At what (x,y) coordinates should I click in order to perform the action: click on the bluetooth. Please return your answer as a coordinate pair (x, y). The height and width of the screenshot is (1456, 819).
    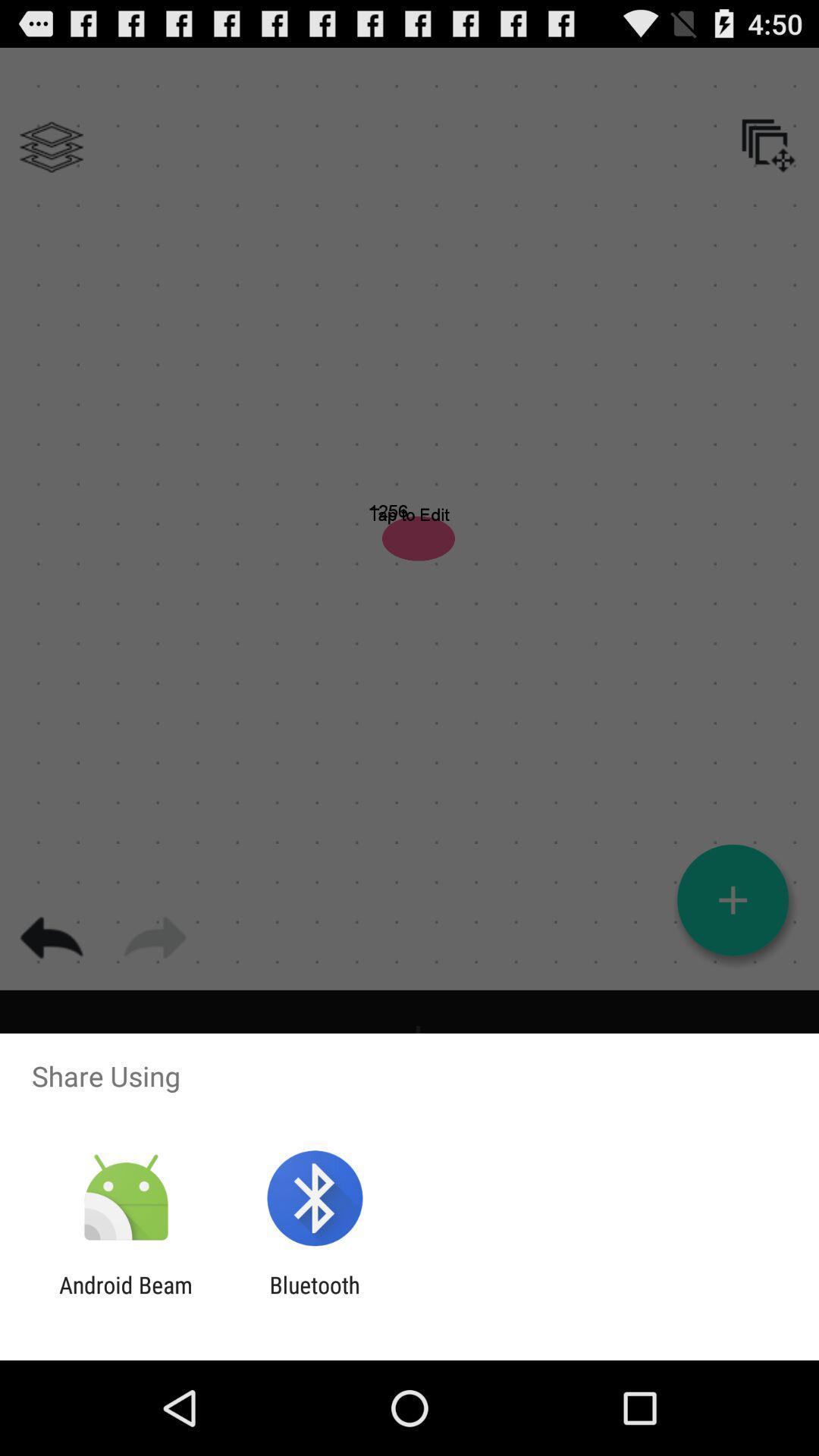
    Looking at the image, I should click on (314, 1298).